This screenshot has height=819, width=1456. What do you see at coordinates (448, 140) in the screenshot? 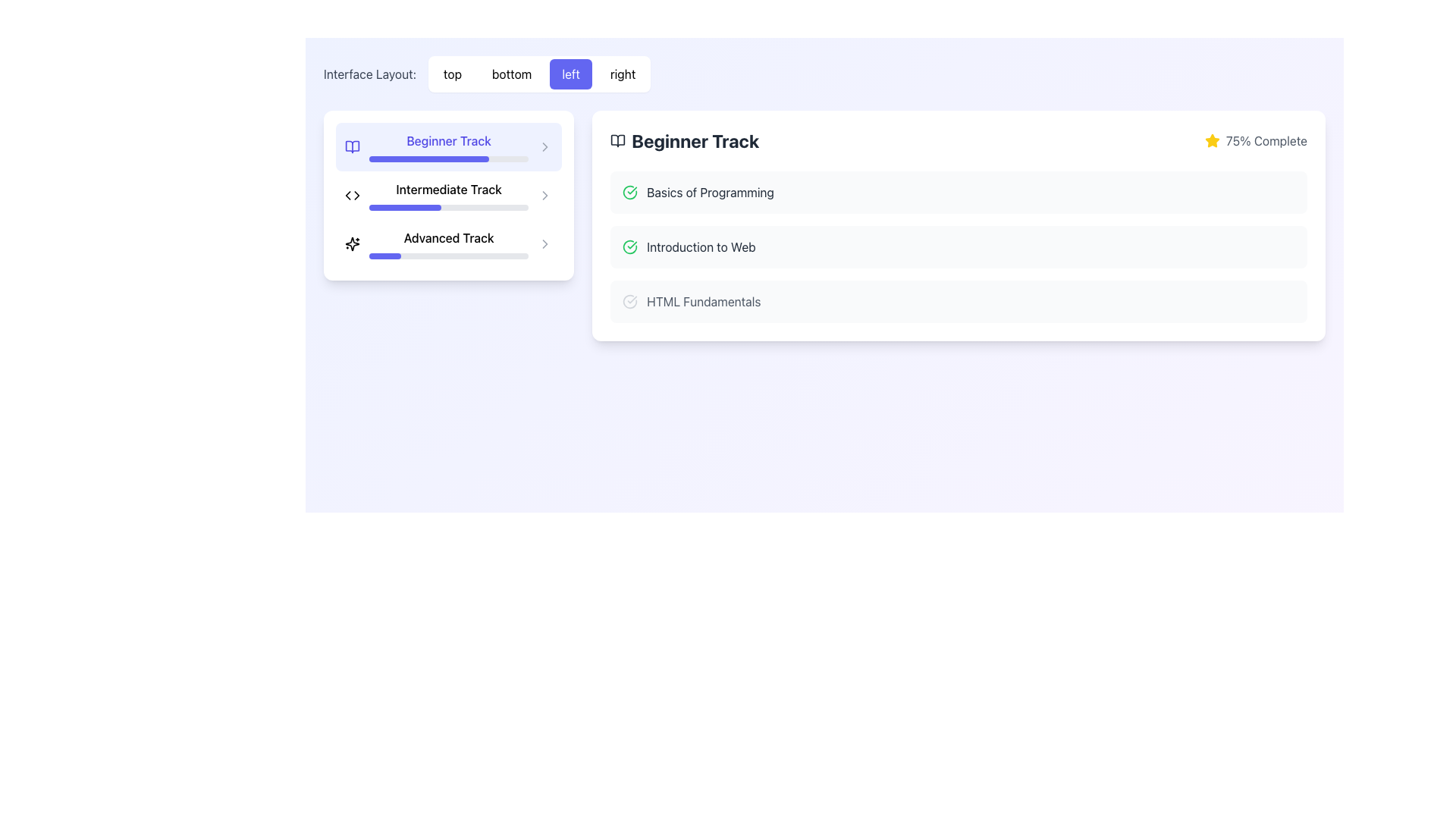
I see `text label 'Beginner Track' displayed in bold font at the top of the vertically stacked list of labels` at bounding box center [448, 140].